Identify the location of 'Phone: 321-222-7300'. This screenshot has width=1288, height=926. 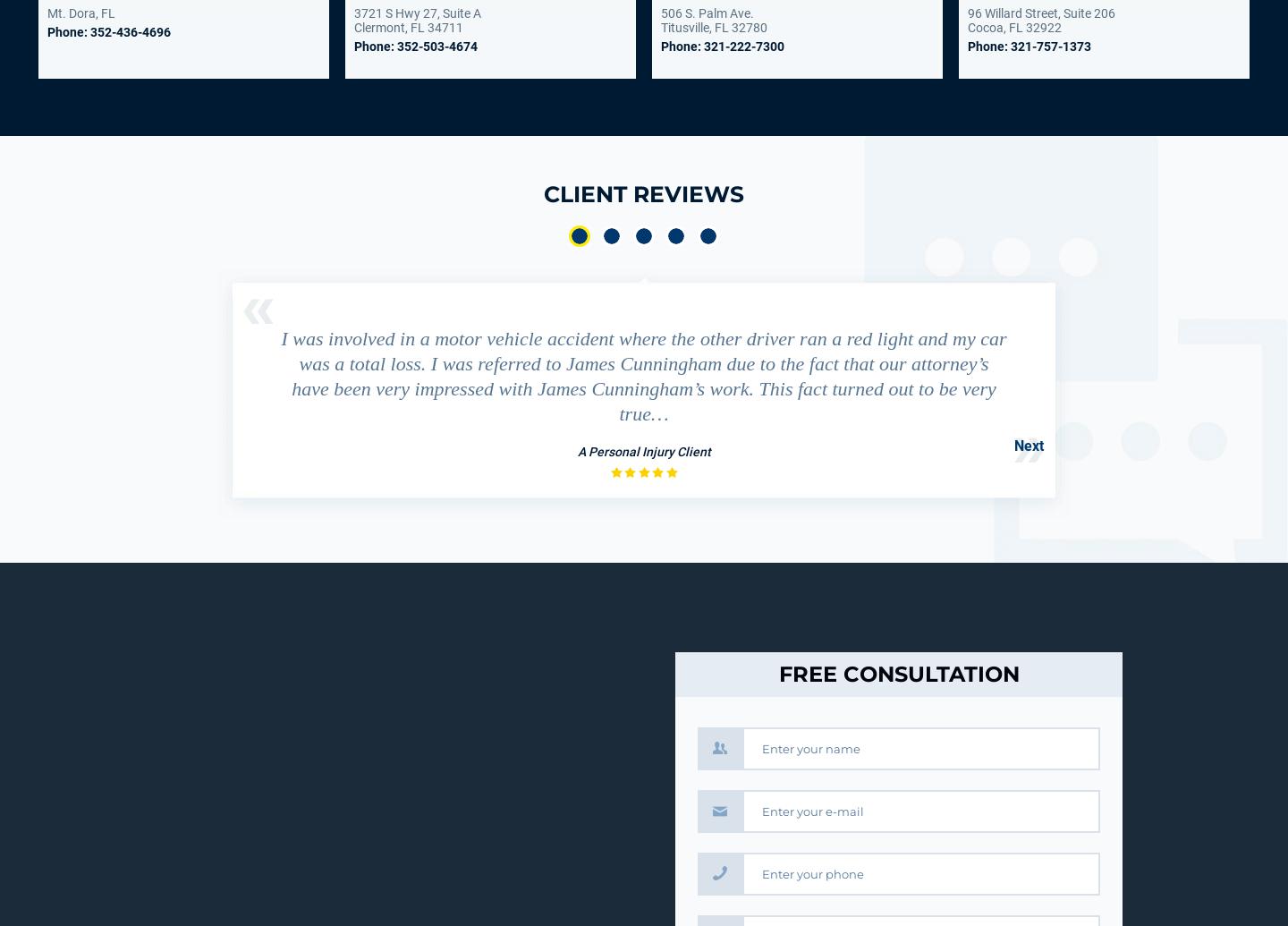
(722, 46).